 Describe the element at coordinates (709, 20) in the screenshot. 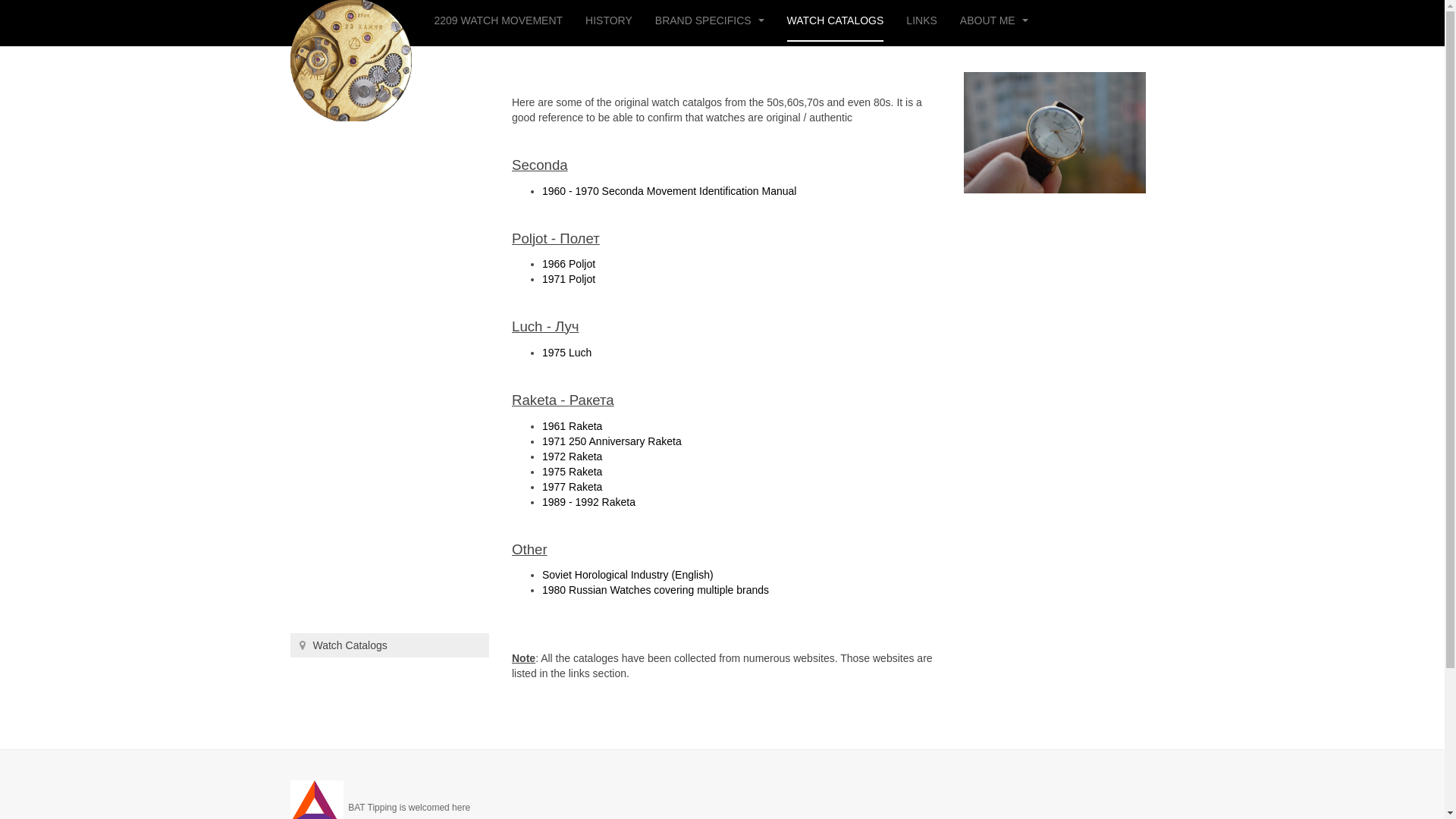

I see `'BRAND SPECIFICS'` at that location.